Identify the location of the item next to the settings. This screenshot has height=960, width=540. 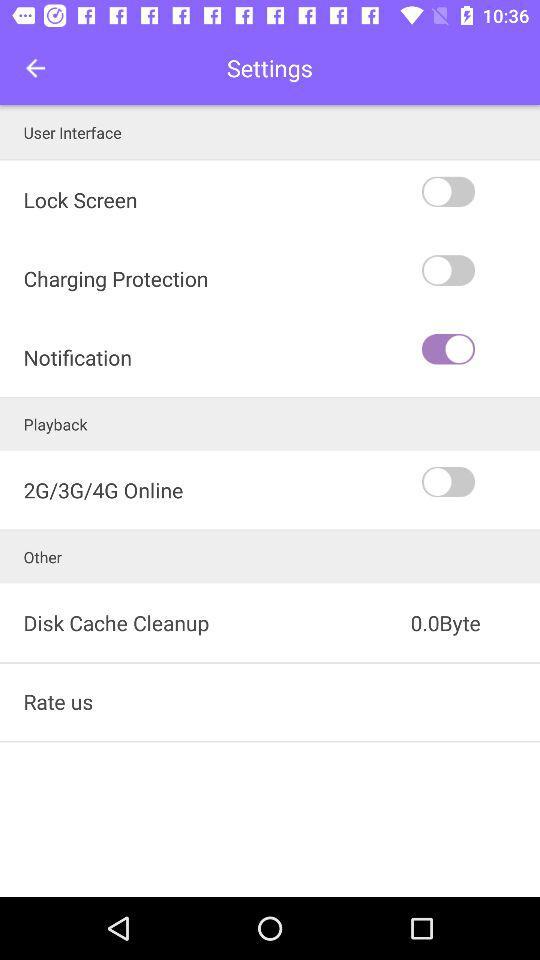
(35, 68).